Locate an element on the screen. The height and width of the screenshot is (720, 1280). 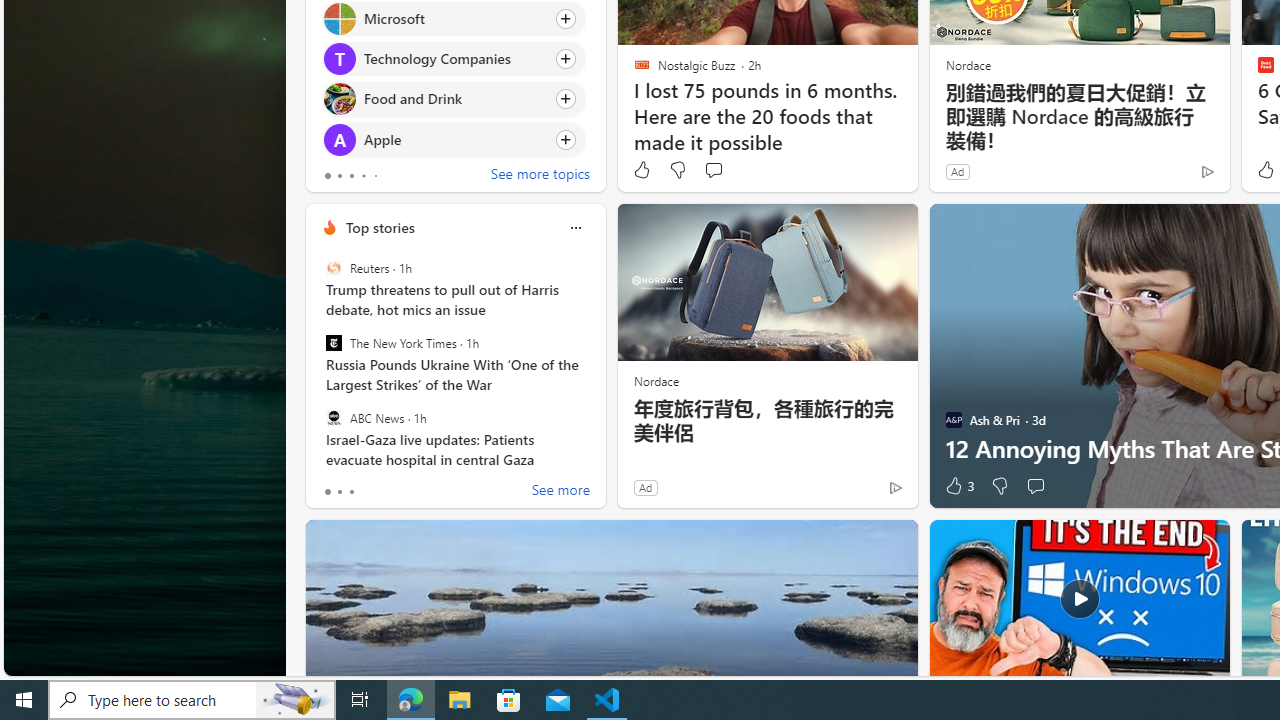
'Reuters' is located at coordinates (333, 267).